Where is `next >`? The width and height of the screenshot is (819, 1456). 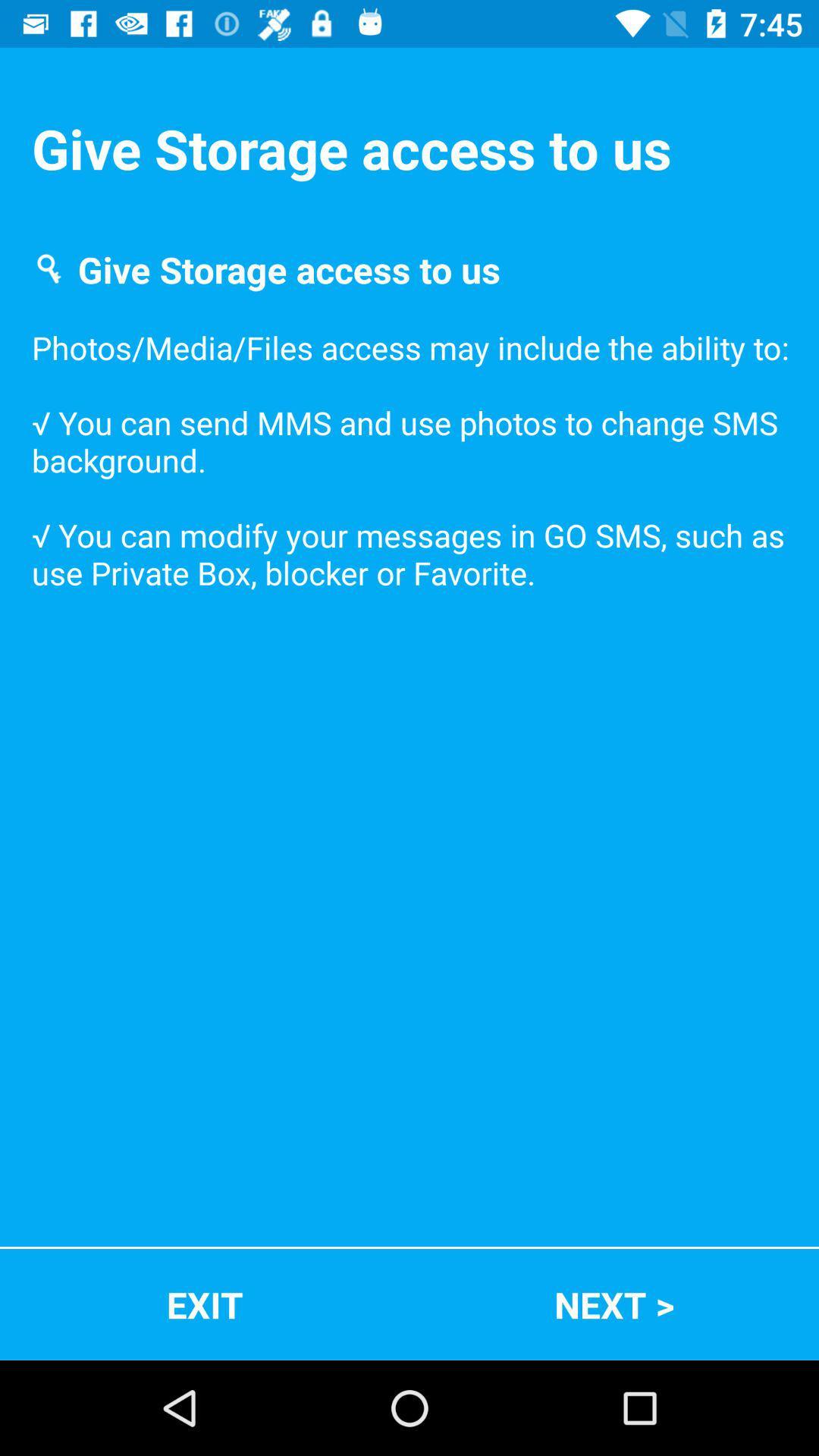 next > is located at coordinates (614, 1304).